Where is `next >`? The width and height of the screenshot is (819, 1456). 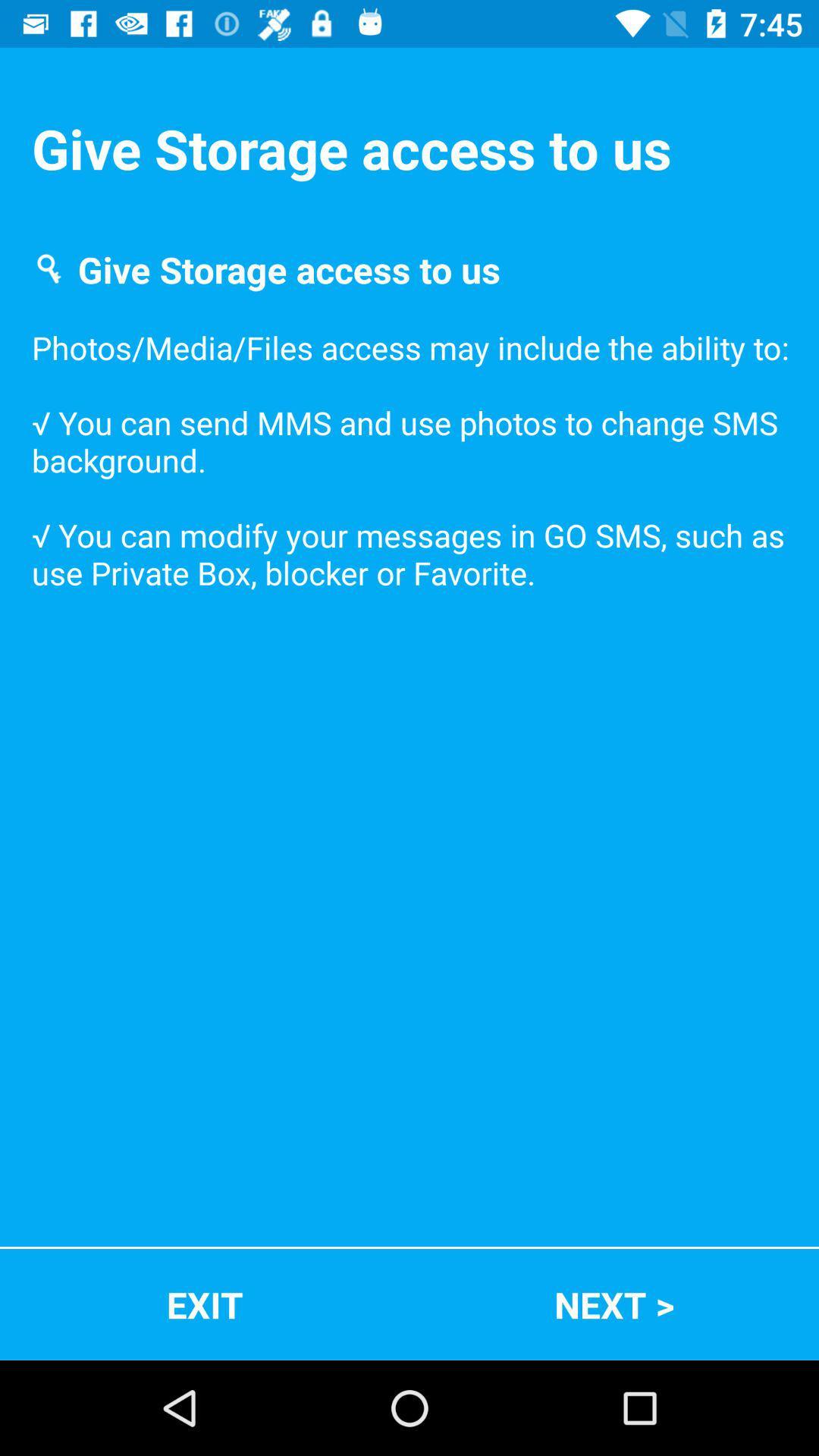 next > is located at coordinates (614, 1304).